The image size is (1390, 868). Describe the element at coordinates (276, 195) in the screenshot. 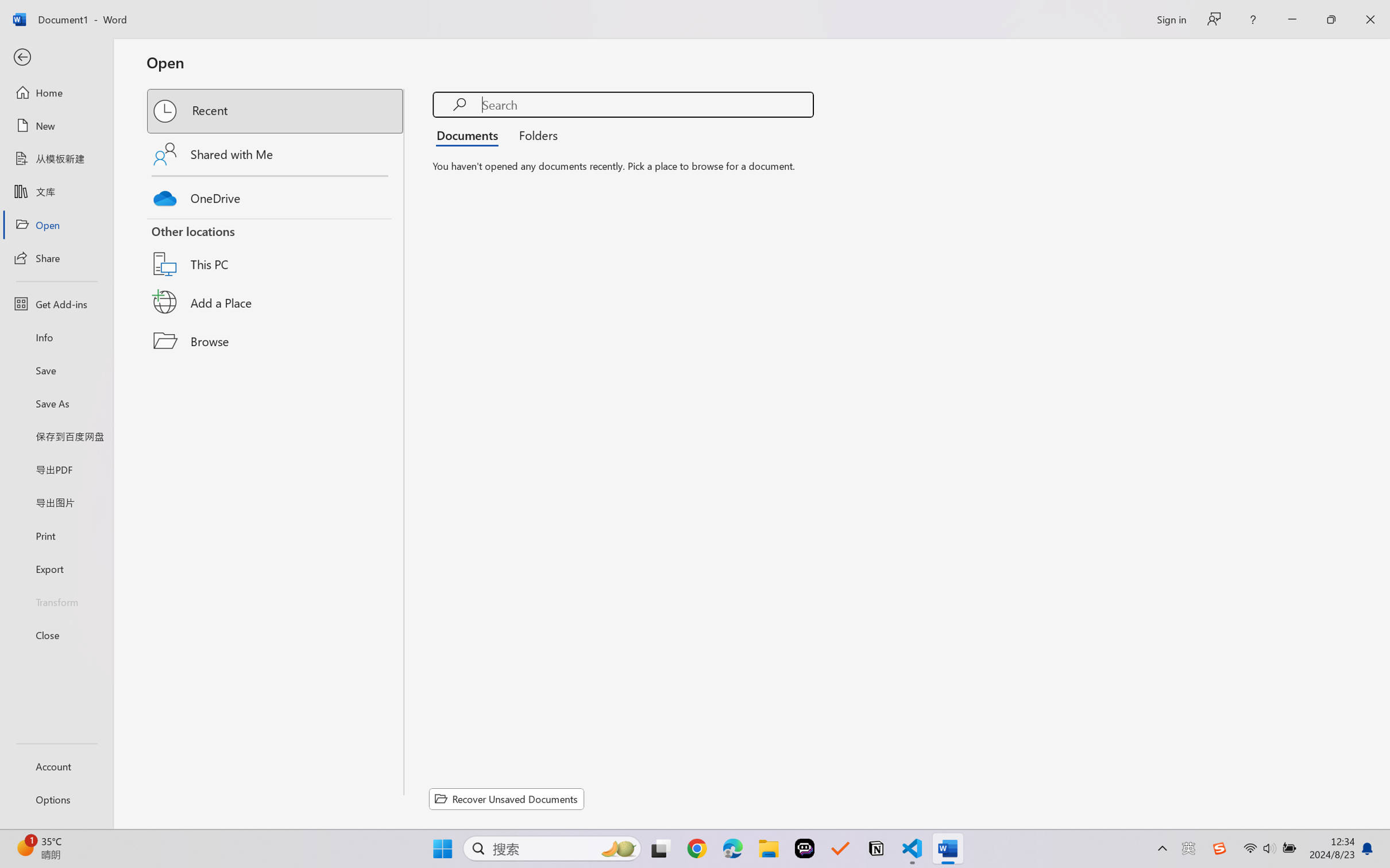

I see `'OneDrive'` at that location.